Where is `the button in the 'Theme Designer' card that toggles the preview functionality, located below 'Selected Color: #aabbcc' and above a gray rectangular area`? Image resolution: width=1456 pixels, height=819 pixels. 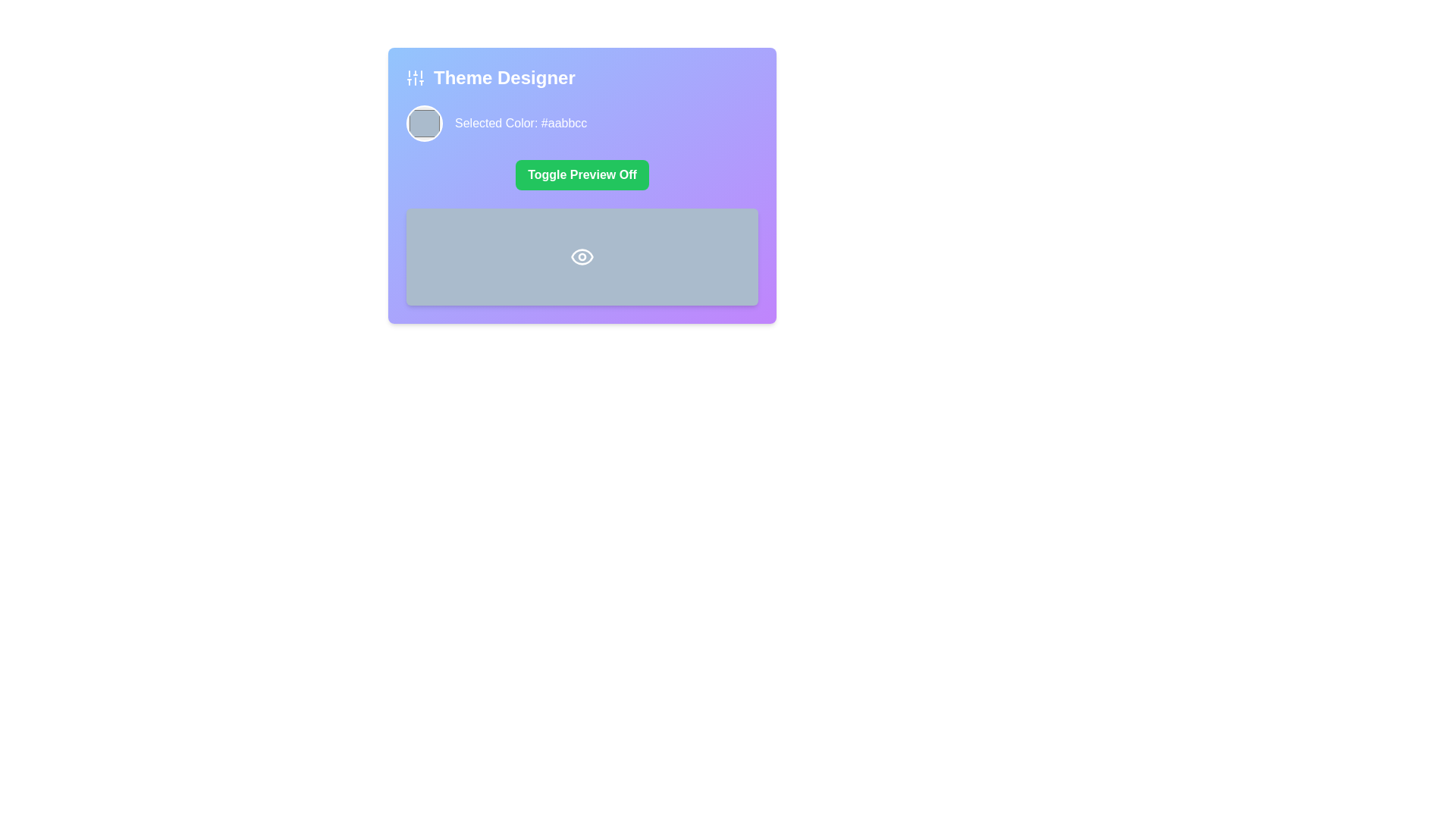
the button in the 'Theme Designer' card that toggles the preview functionality, located below 'Selected Color: #aabbcc' and above a gray rectangular area is located at coordinates (582, 174).